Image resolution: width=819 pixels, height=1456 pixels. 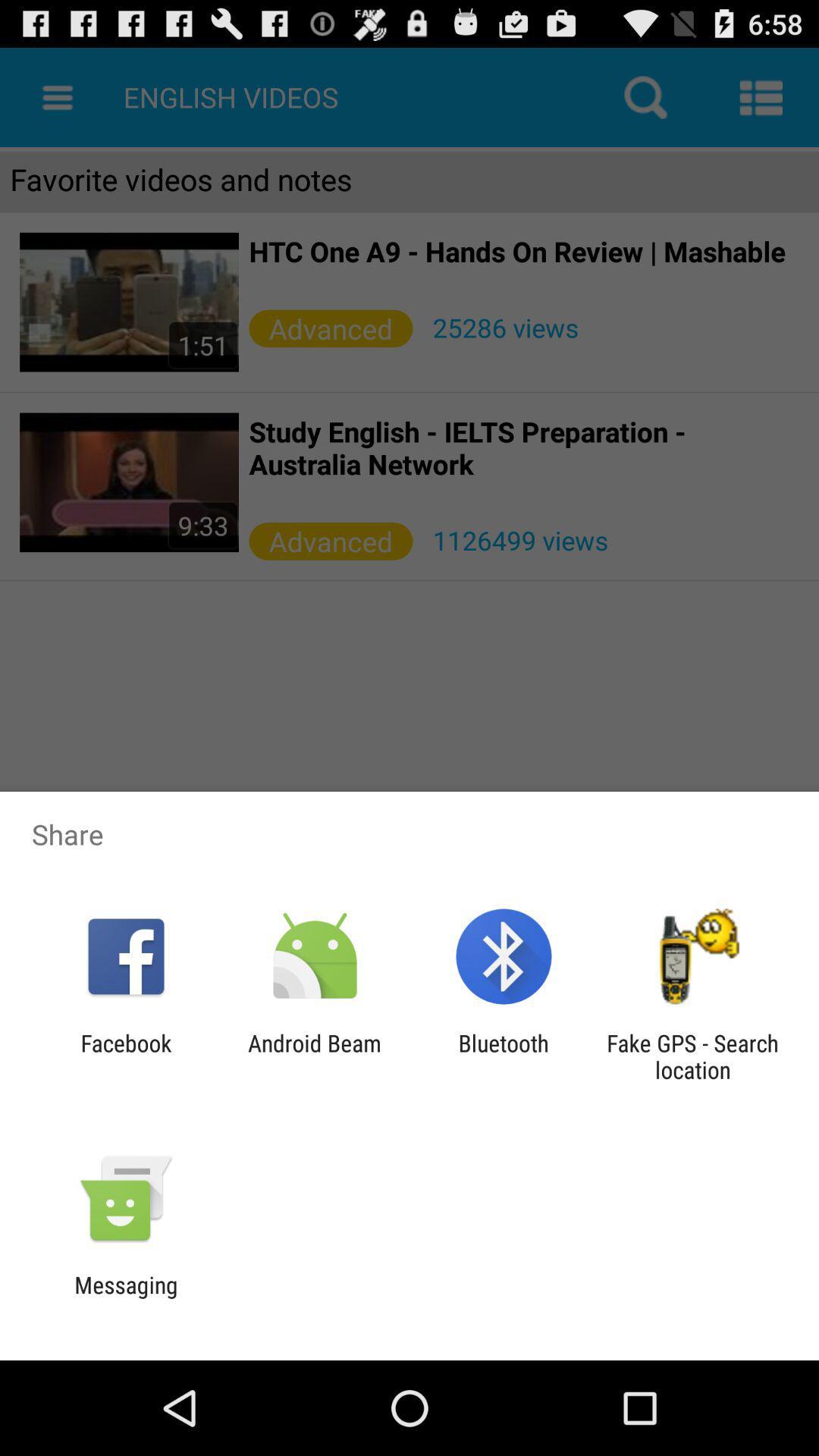 What do you see at coordinates (125, 1056) in the screenshot?
I see `the app next to the android beam` at bounding box center [125, 1056].